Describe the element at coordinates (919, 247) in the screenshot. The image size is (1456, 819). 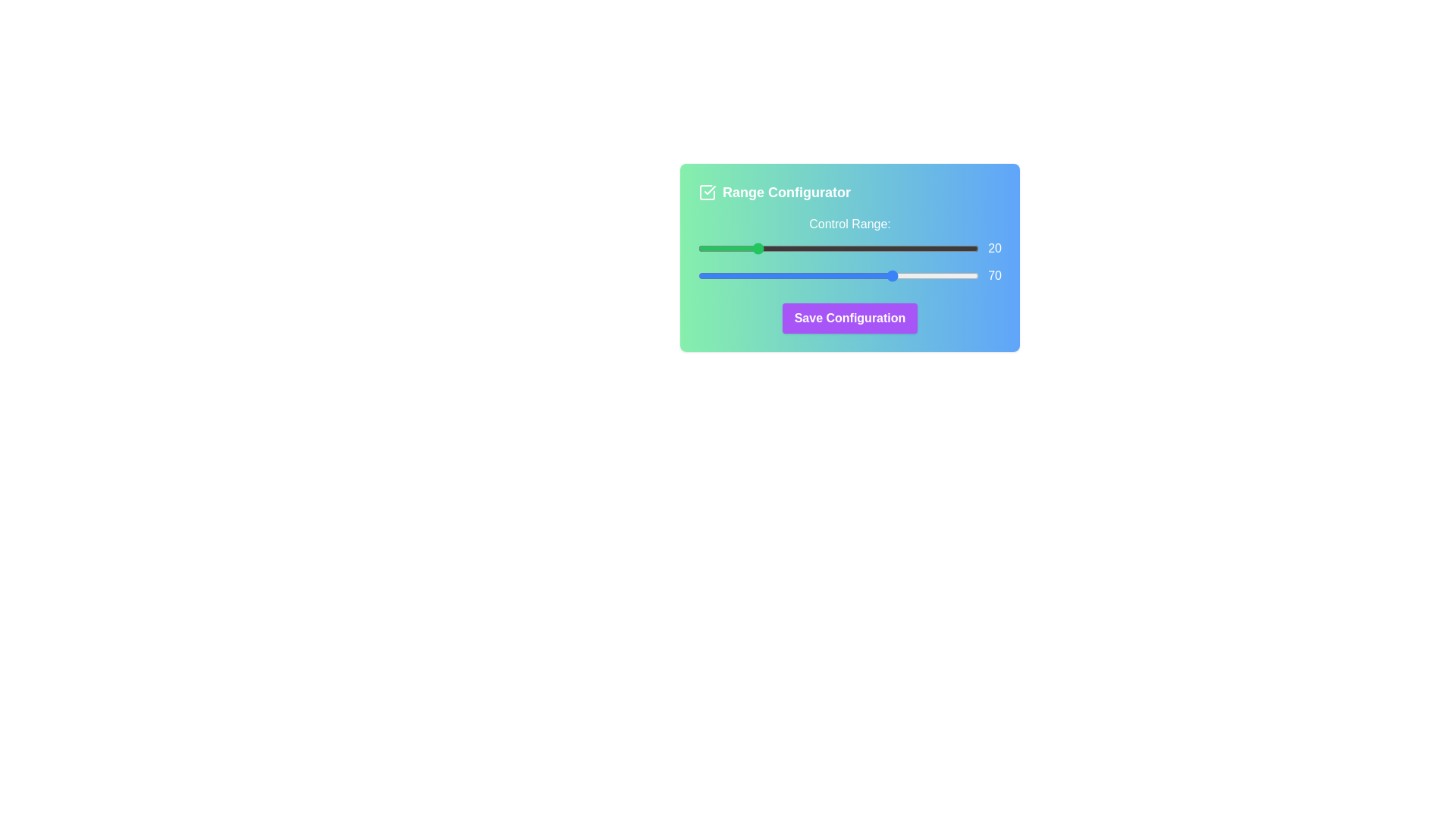
I see `the start range slider to set the value to 79` at that location.